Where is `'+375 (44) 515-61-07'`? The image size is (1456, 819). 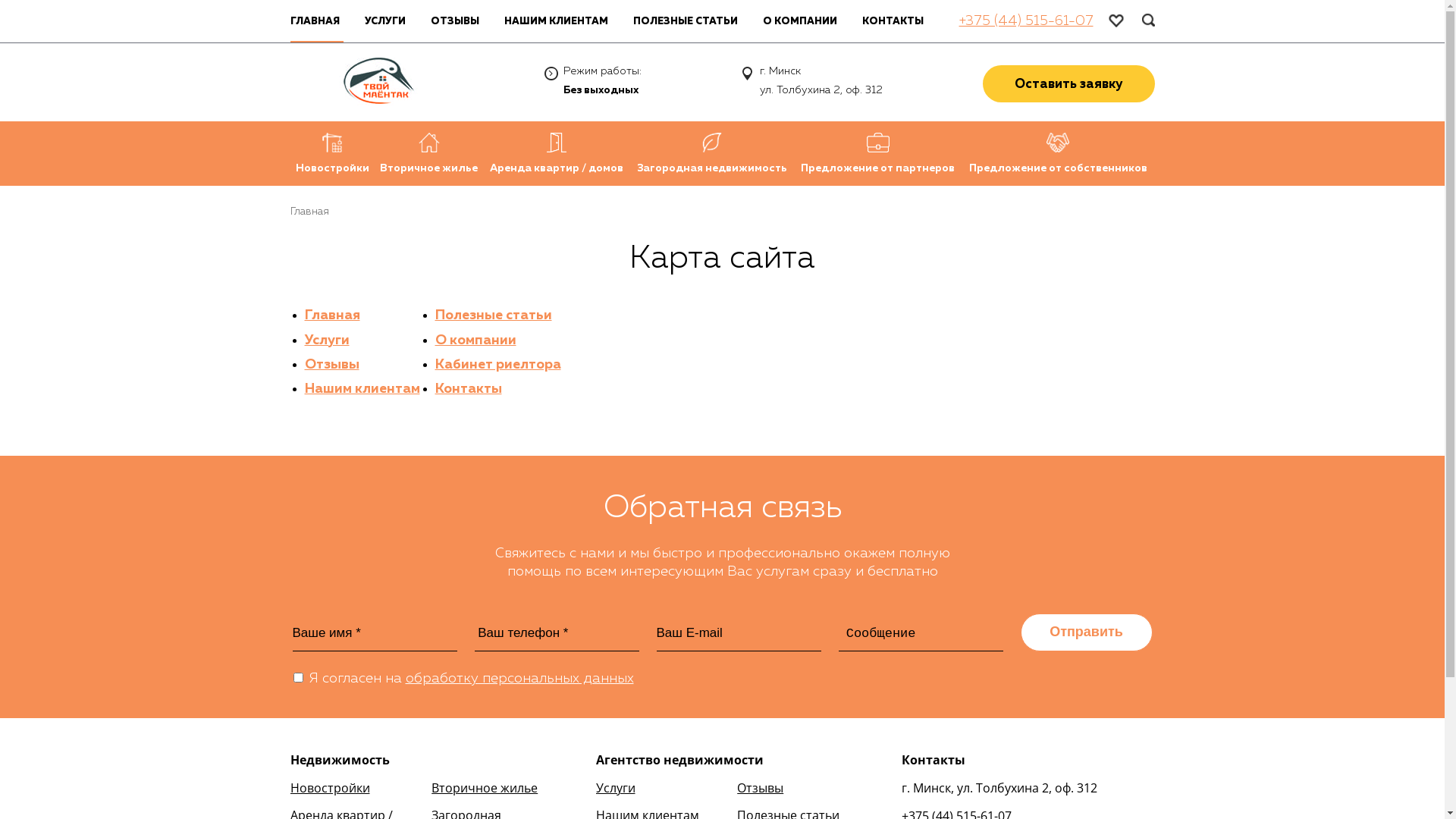 '+375 (44) 515-61-07' is located at coordinates (1025, 20).